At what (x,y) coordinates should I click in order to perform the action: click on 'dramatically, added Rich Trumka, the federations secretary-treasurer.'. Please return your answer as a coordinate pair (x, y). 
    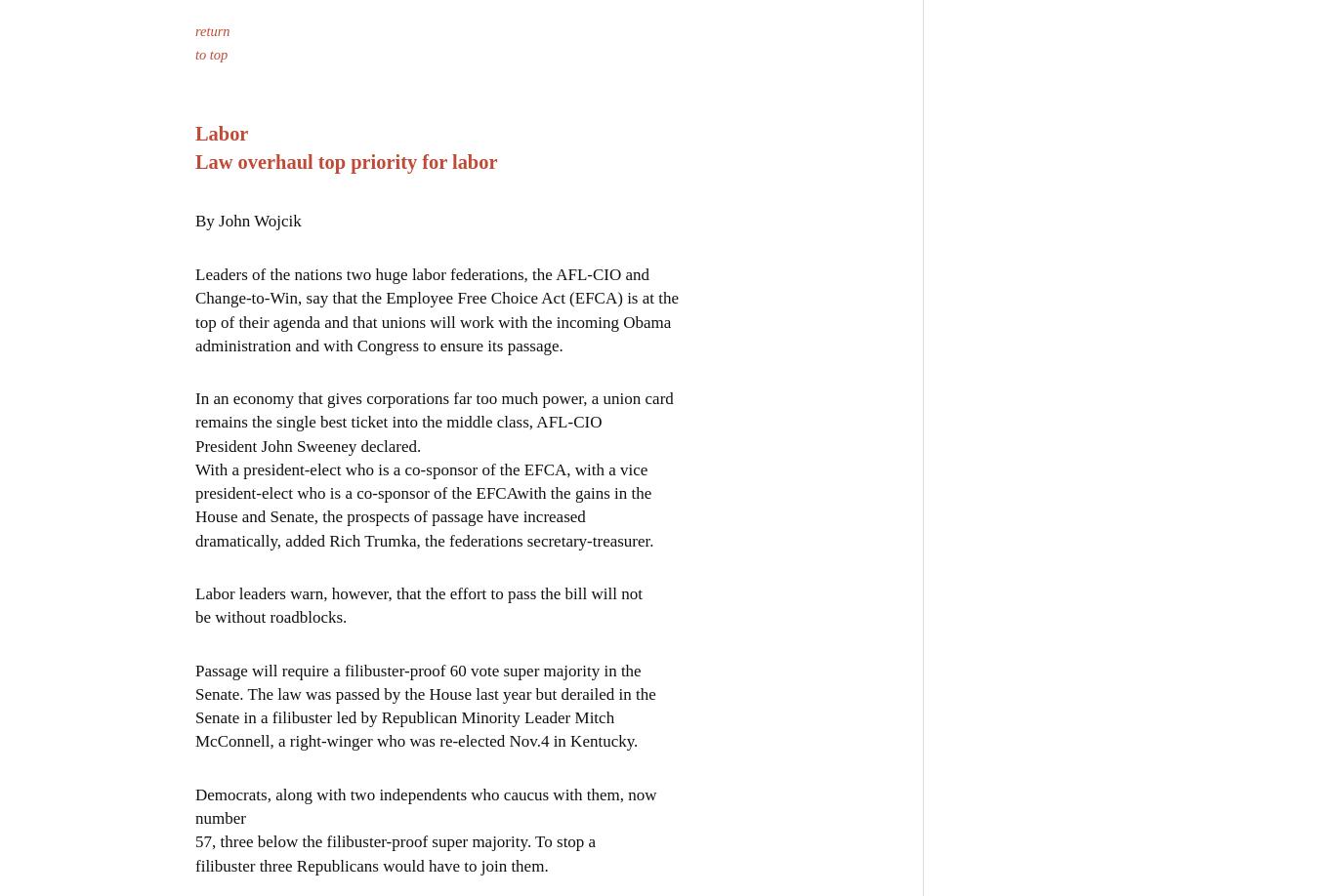
    Looking at the image, I should click on (423, 538).